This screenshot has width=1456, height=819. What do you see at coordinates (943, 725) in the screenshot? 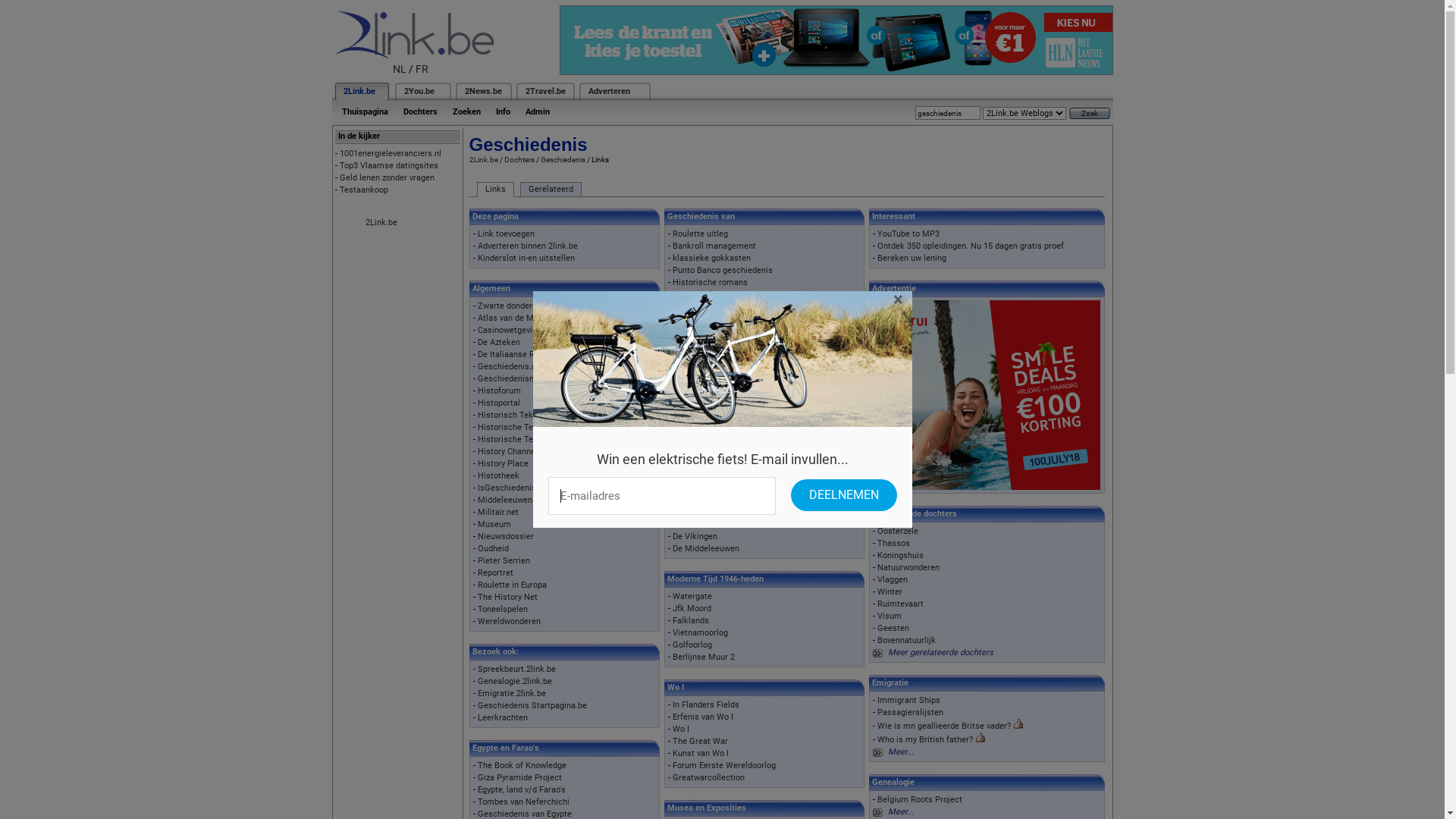
I see `'Wie is mn geallieerde Britse vader?'` at bounding box center [943, 725].